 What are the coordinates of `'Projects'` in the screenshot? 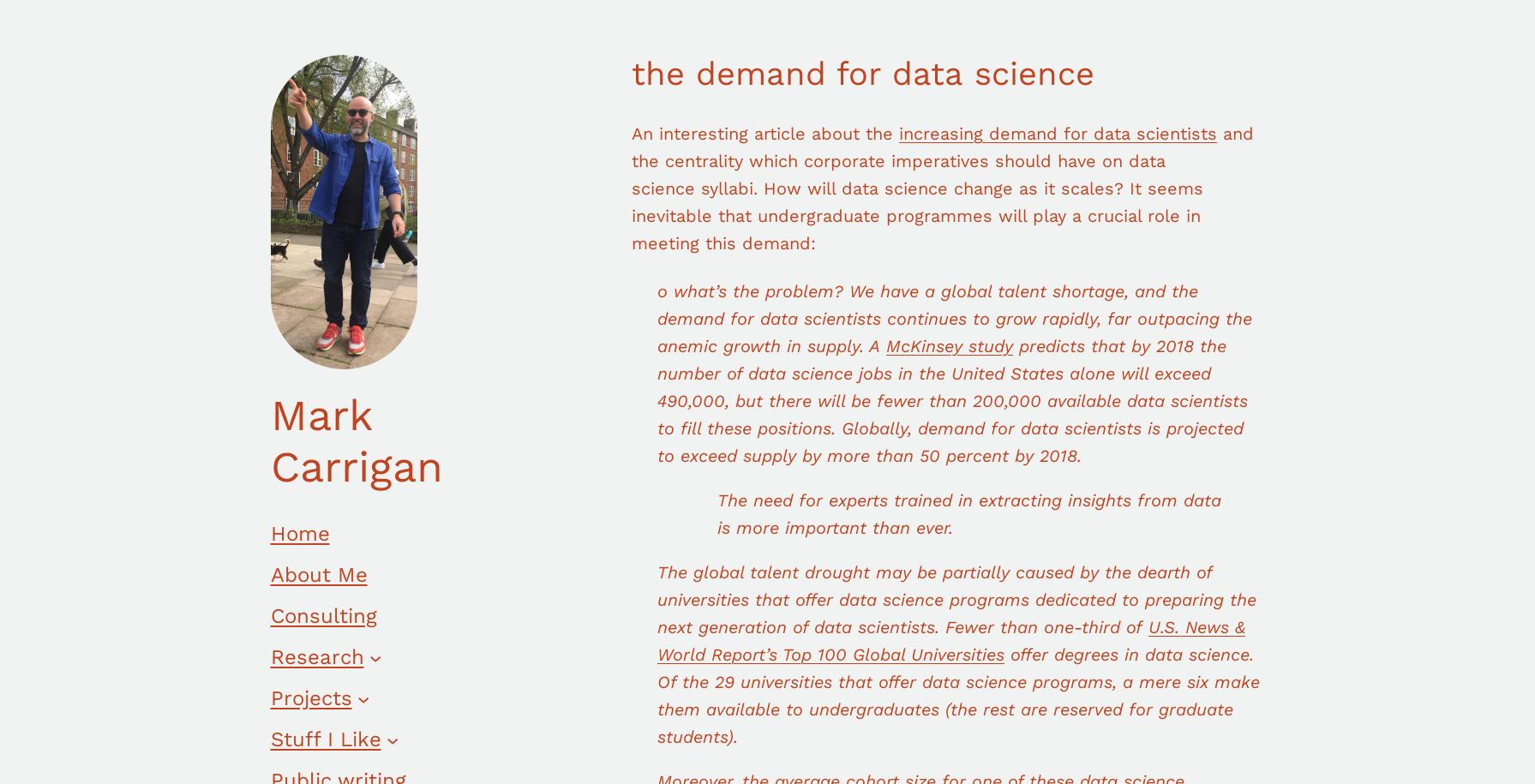 It's located at (270, 697).